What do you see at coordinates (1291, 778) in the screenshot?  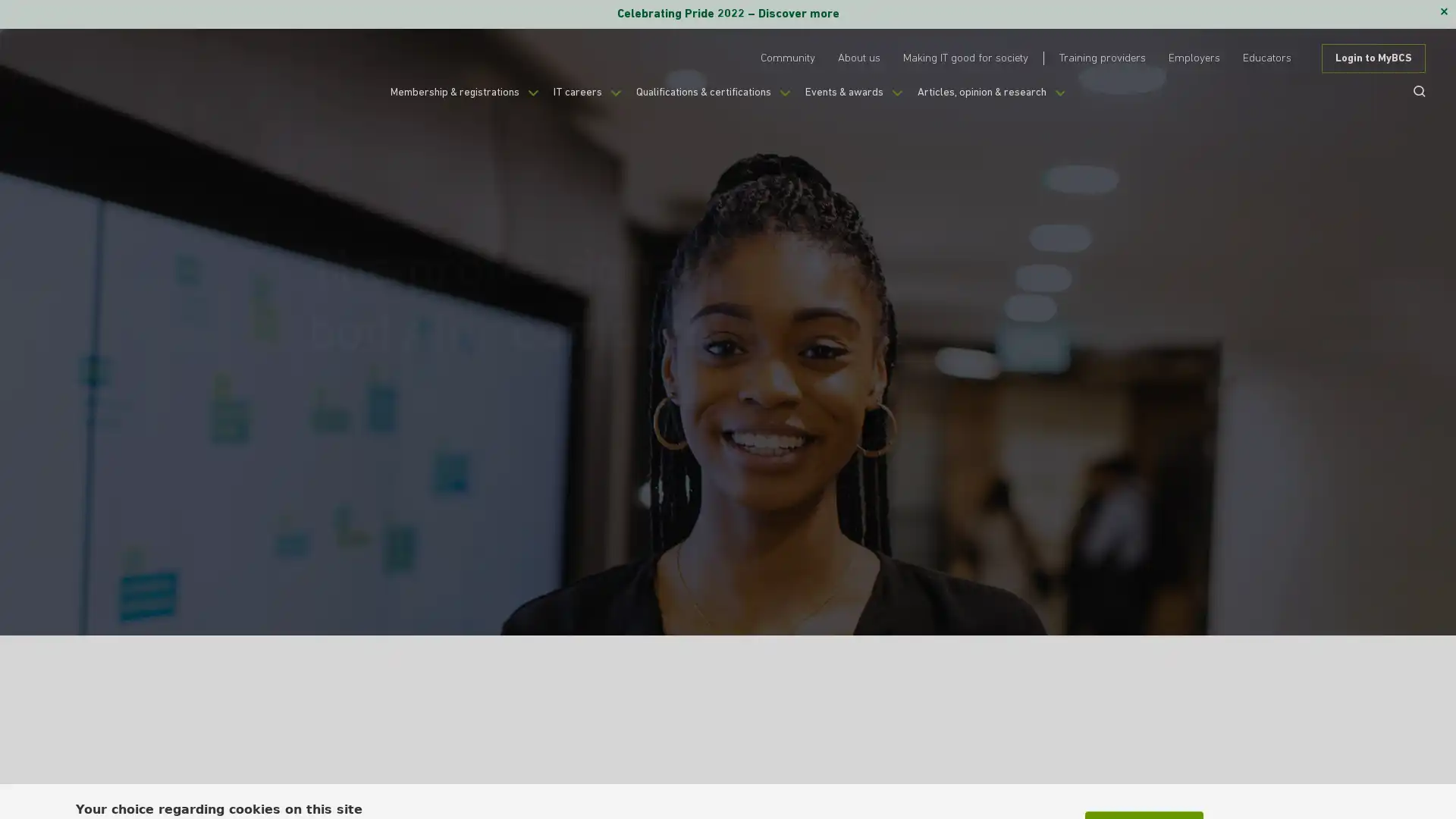 I see `My Cookie Preferences` at bounding box center [1291, 778].